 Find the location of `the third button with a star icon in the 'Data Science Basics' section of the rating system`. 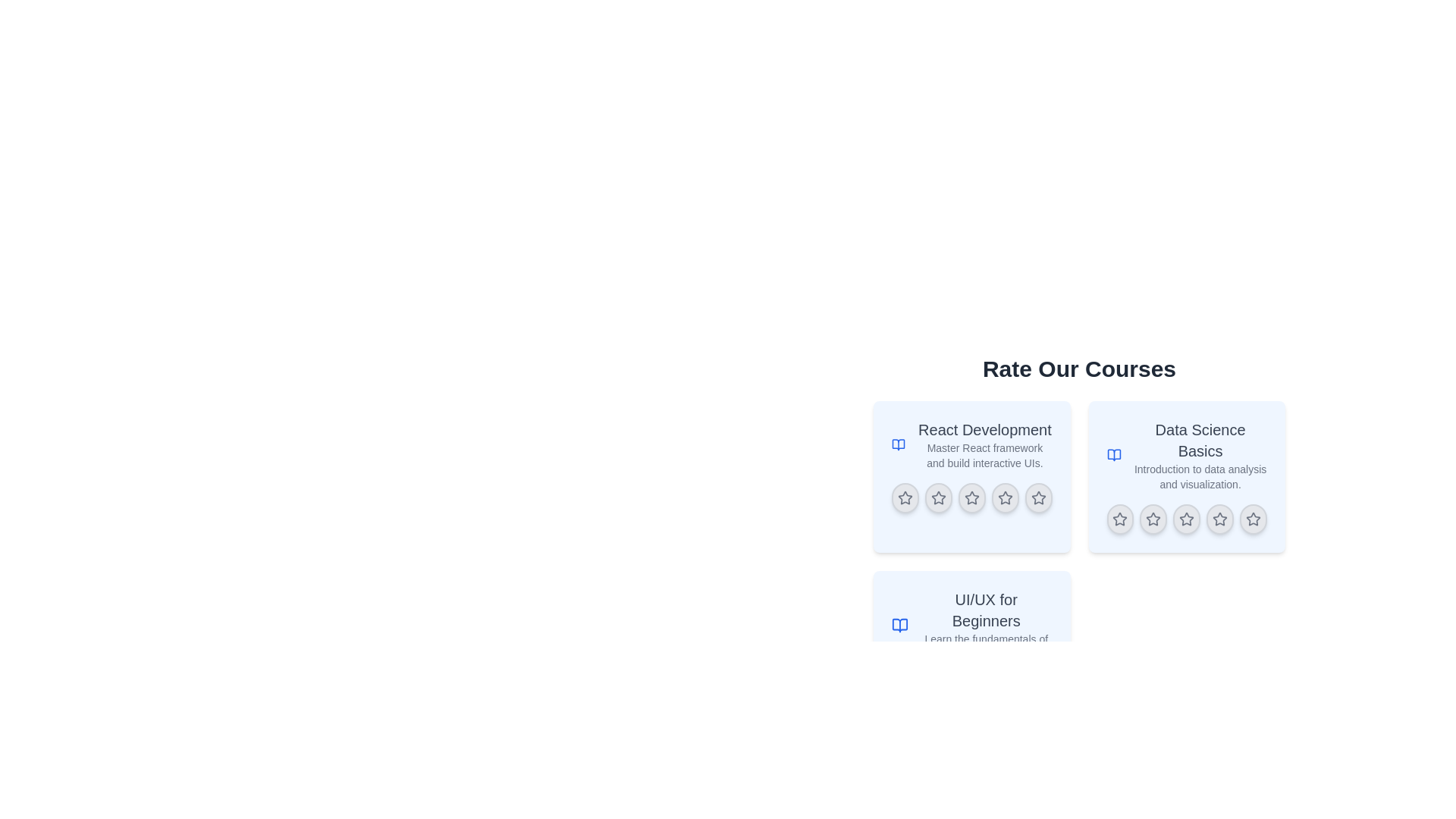

the third button with a star icon in the 'Data Science Basics' section of the rating system is located at coordinates (1186, 519).